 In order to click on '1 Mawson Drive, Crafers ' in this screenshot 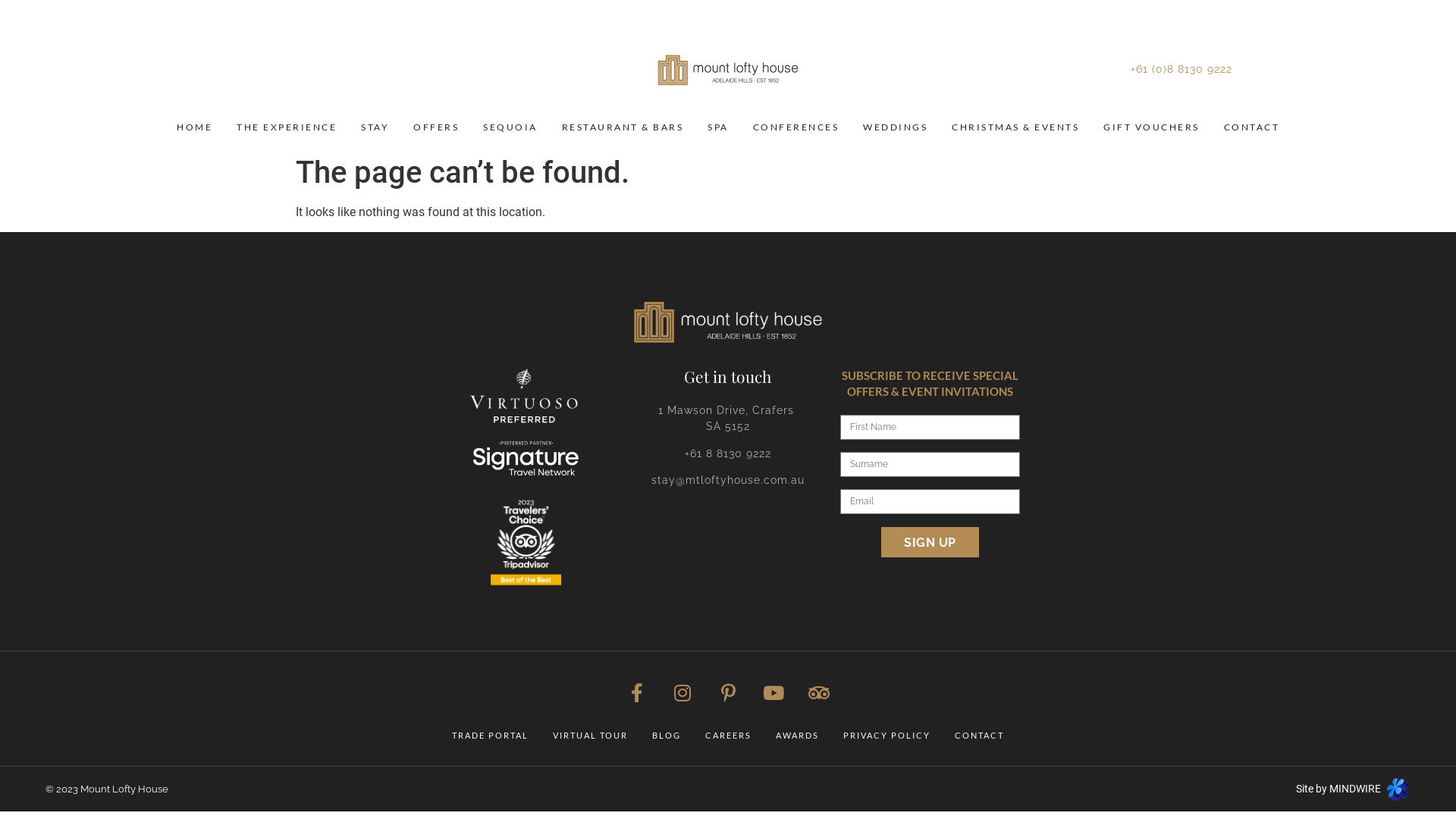, I will do `click(728, 409)`.